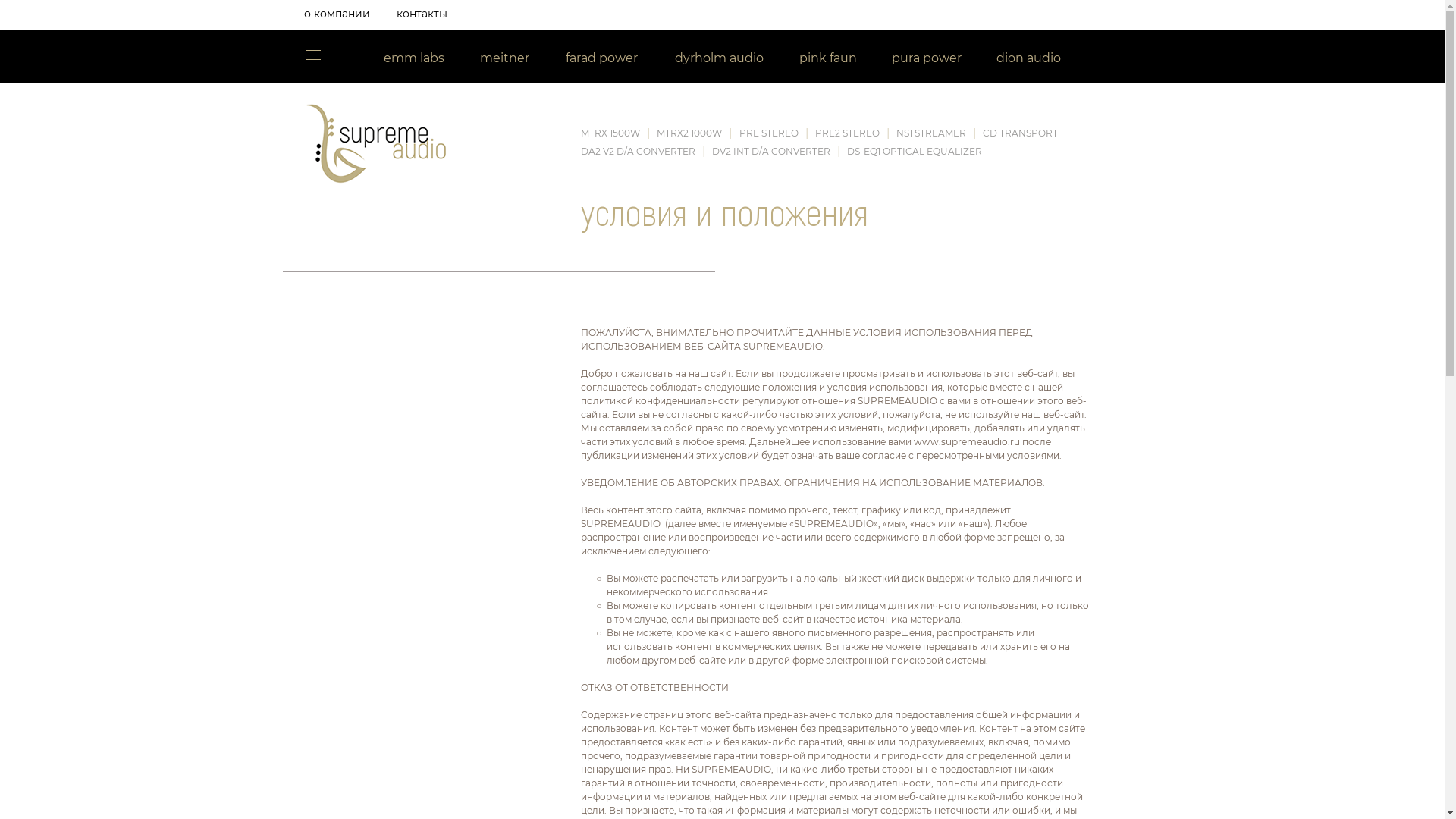 This screenshot has height=819, width=1456. Describe the element at coordinates (505, 58) in the screenshot. I see `'meitner'` at that location.